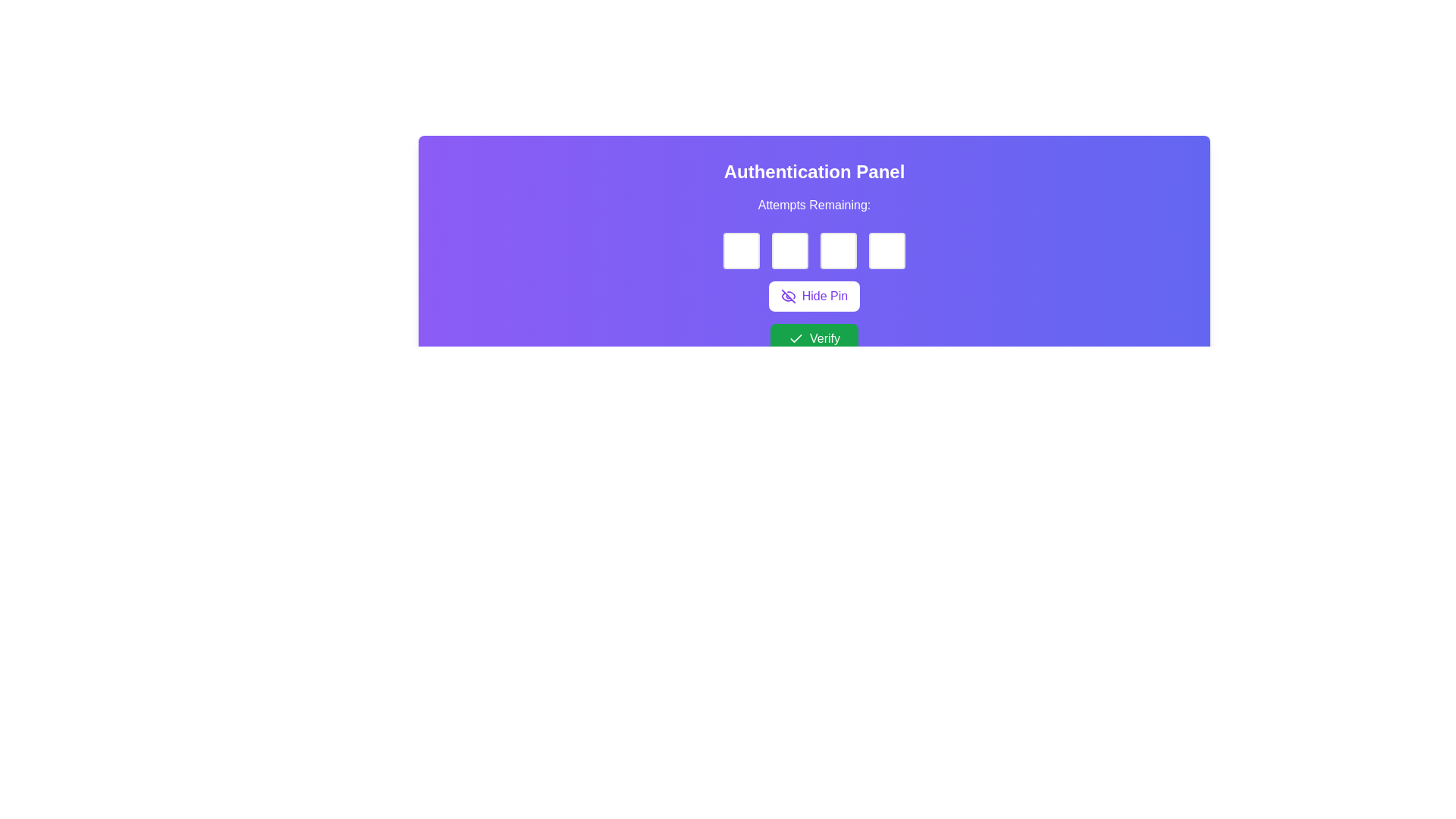 The height and width of the screenshot is (819, 1456). Describe the element at coordinates (814, 296) in the screenshot. I see `the 'Hide Pin' button with an eye and slash icon` at that location.